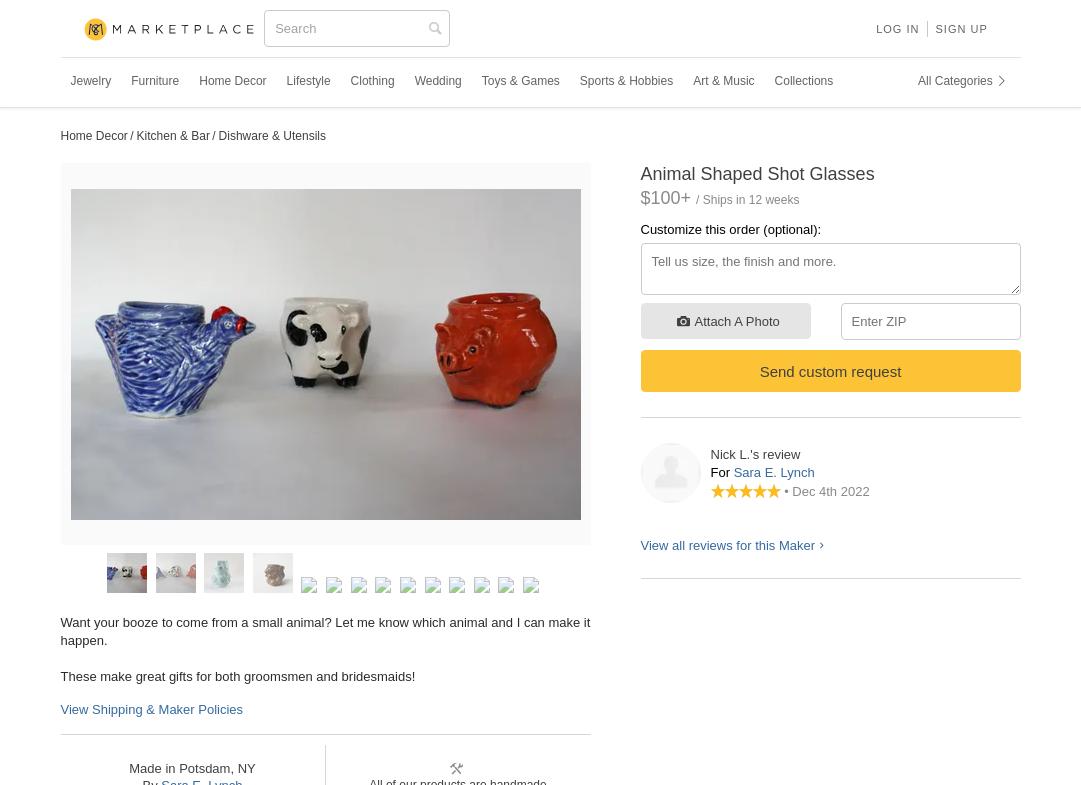  What do you see at coordinates (829, 370) in the screenshot?
I see `'Send custom request'` at bounding box center [829, 370].